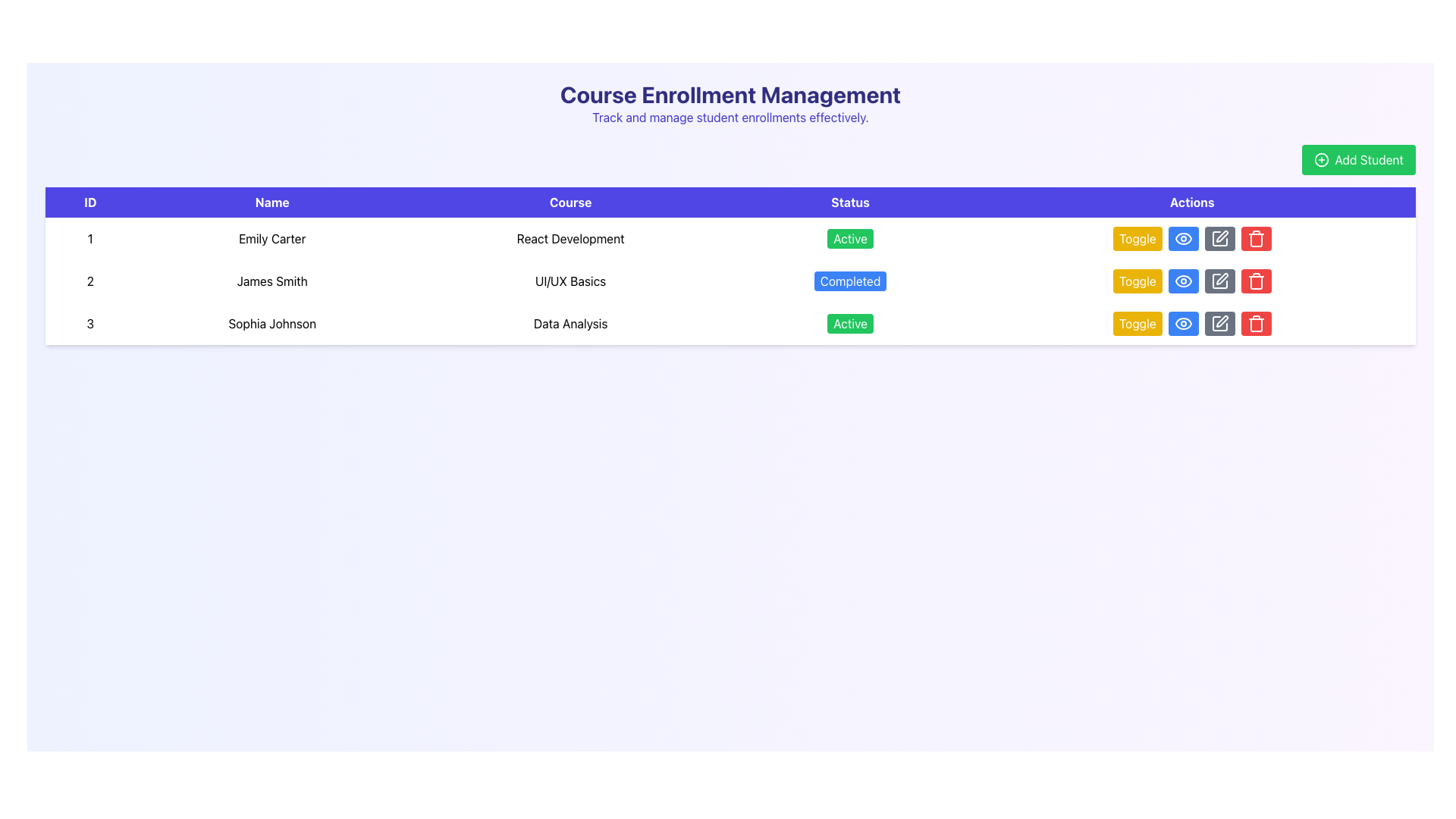 The image size is (1456, 819). Describe the element at coordinates (850, 323) in the screenshot. I see `the pill-shaped label with a bright green background that reads 'Active' in the 'Status' column of the third row under 'Course Enrollment Management.'` at that location.